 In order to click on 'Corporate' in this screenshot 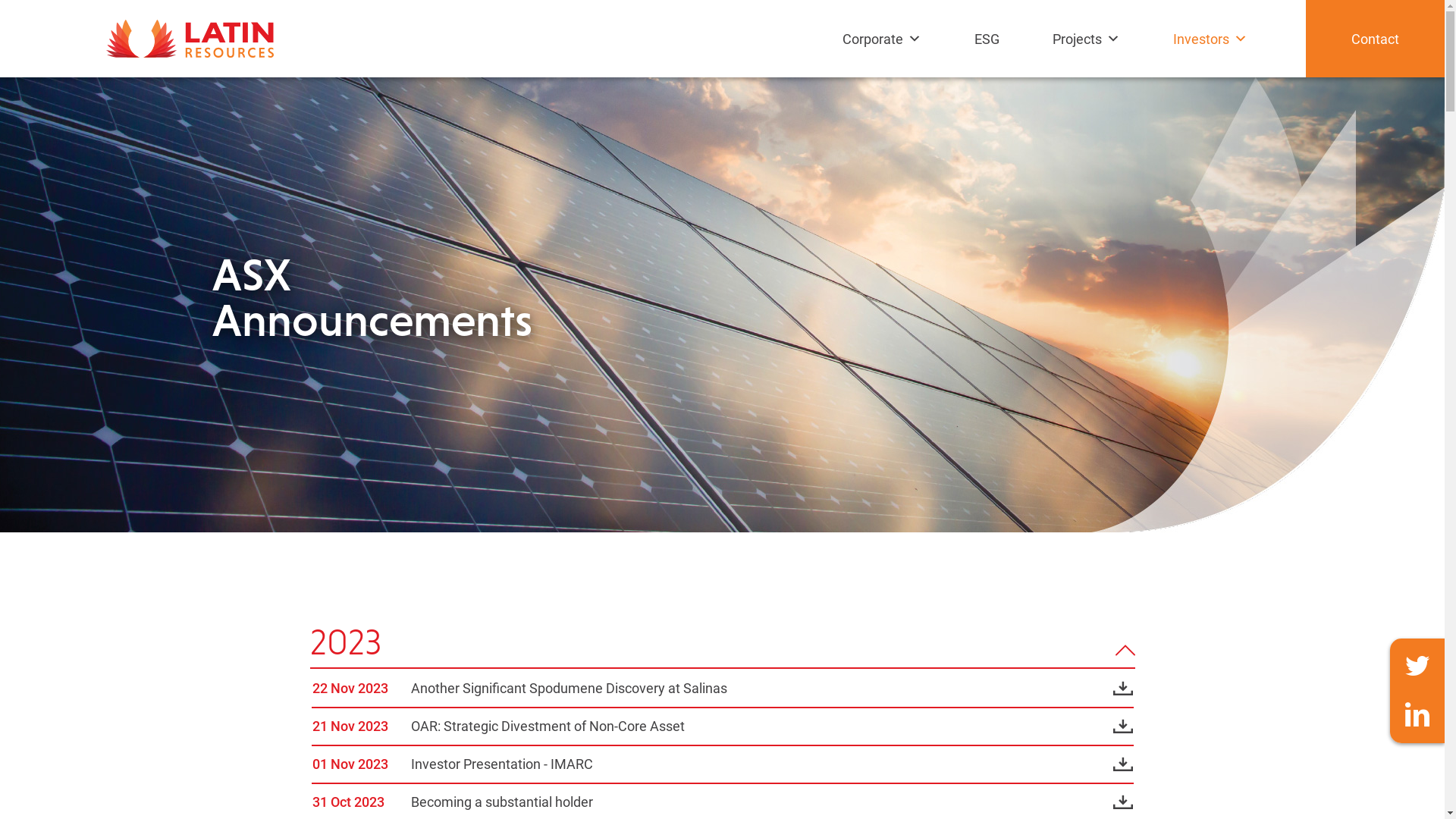, I will do `click(833, 52)`.